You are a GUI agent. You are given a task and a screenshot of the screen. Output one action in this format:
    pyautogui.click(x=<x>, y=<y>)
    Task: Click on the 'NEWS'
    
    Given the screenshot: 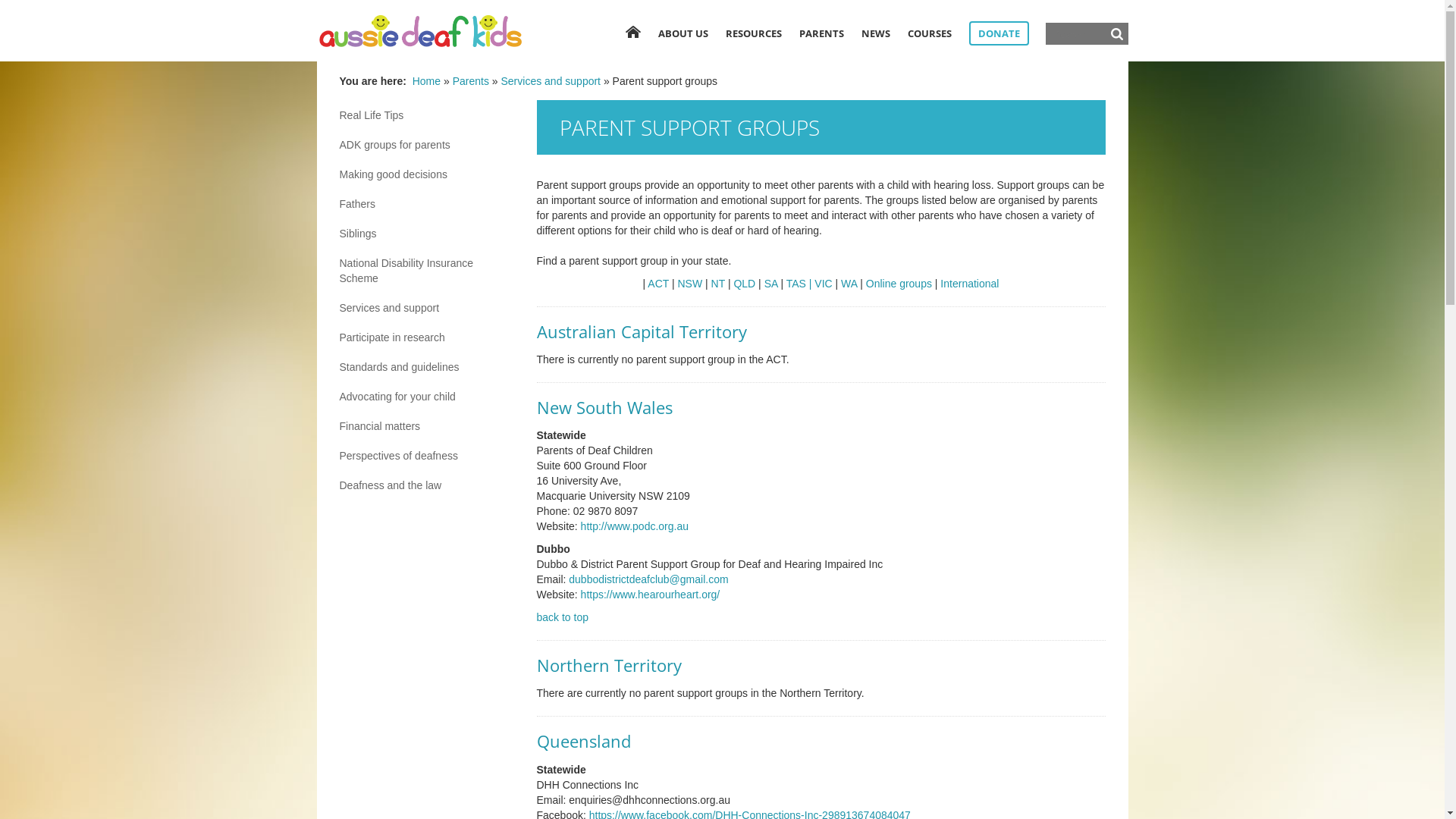 What is the action you would take?
    pyautogui.click(x=876, y=33)
    